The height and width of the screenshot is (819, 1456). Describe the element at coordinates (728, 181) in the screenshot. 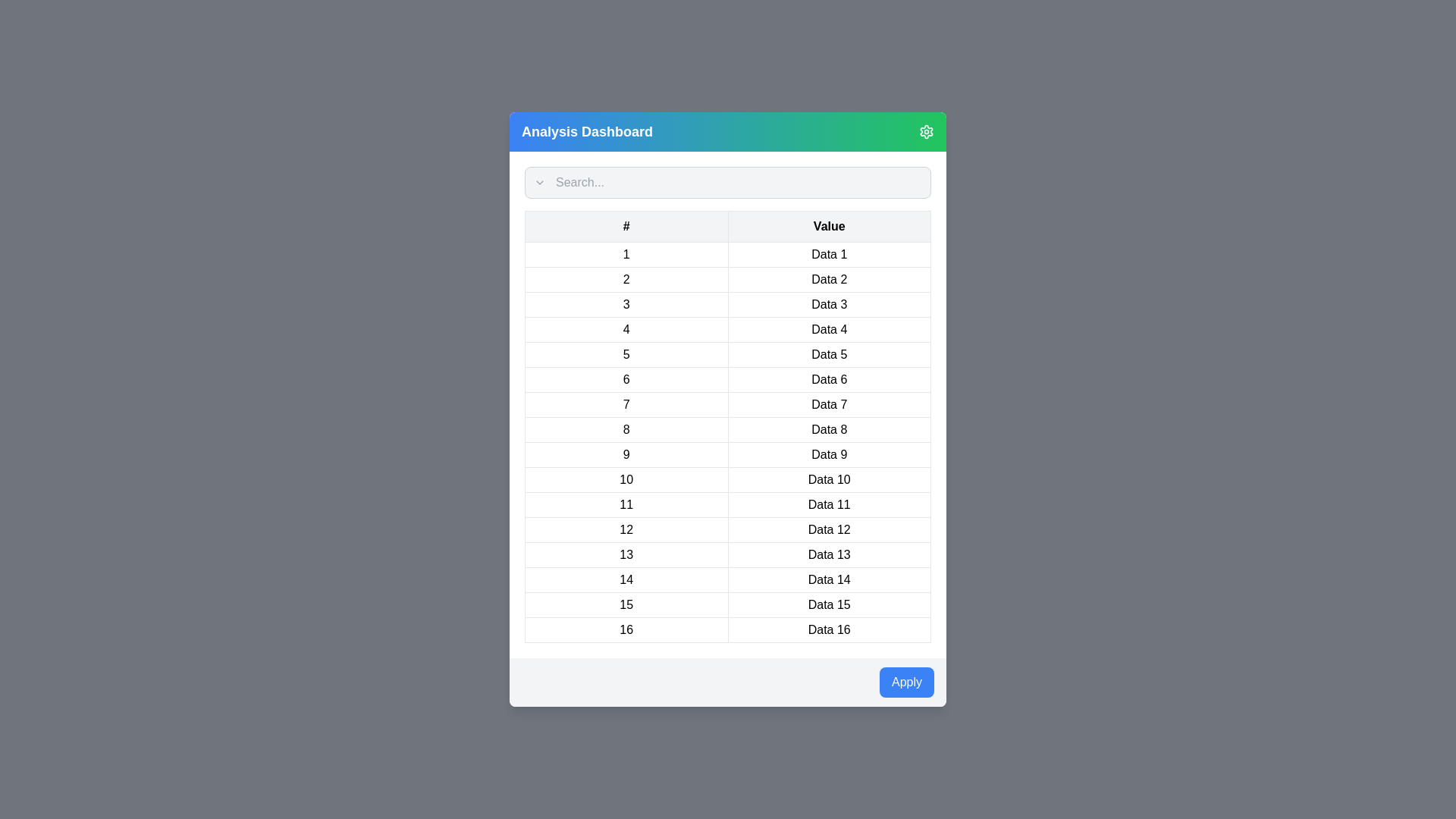

I see `the input field to focus it for typing` at that location.